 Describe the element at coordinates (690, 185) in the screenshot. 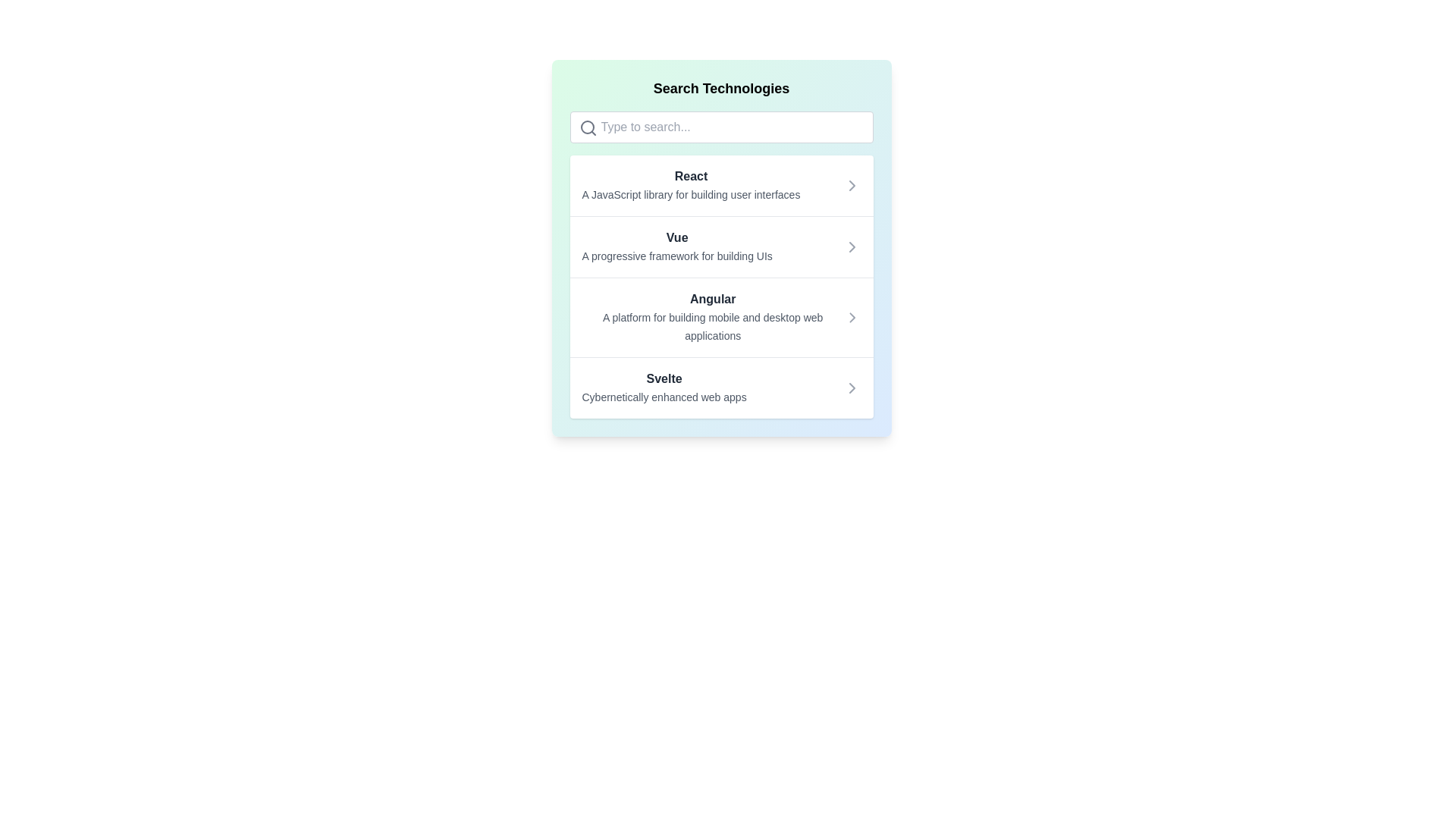

I see `text displayed in the Text Block which contains 'React' and its description 'A JavaScript library for building user interfaces.'` at that location.